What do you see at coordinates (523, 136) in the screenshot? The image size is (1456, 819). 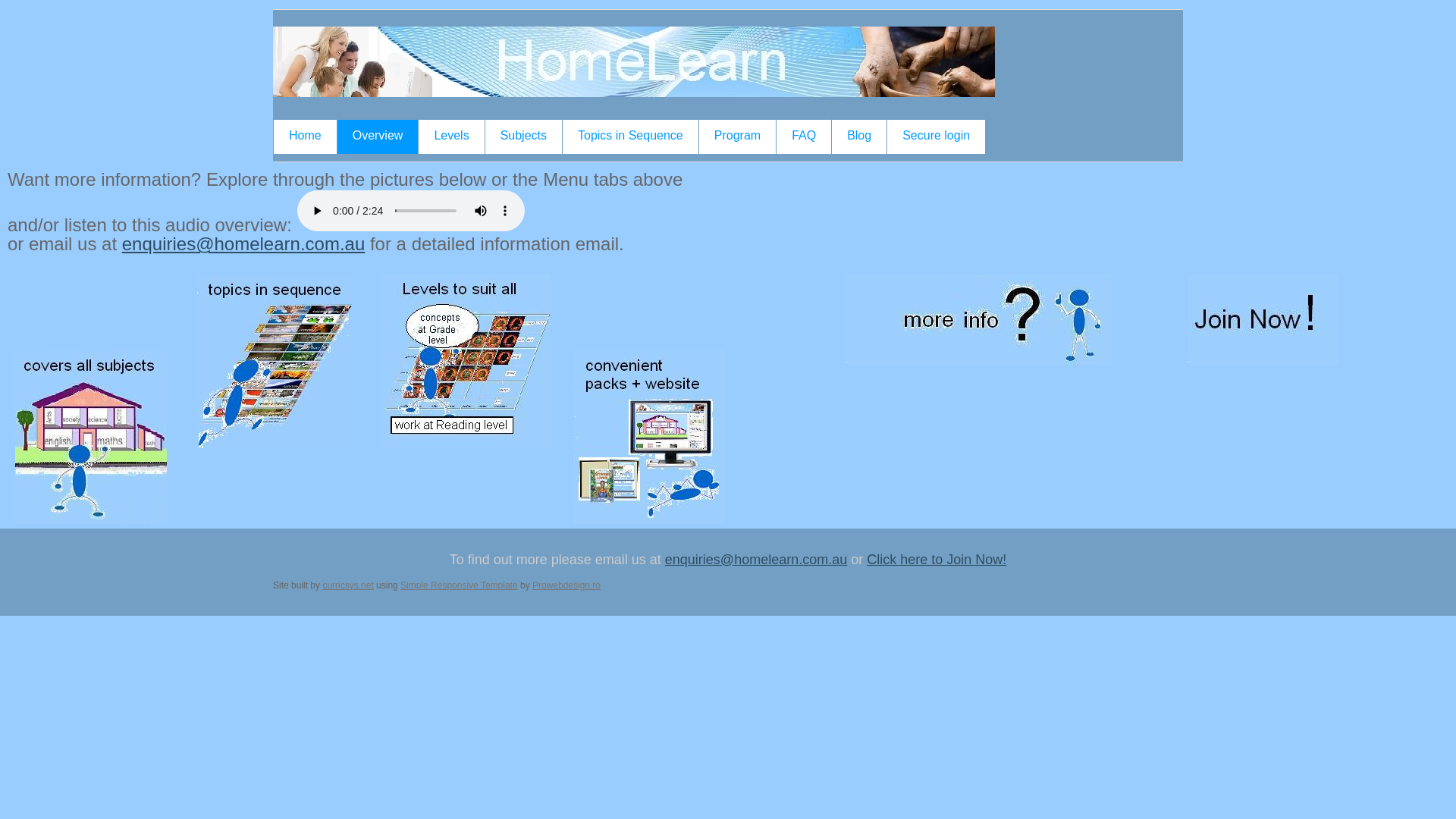 I see `'Subjects'` at bounding box center [523, 136].